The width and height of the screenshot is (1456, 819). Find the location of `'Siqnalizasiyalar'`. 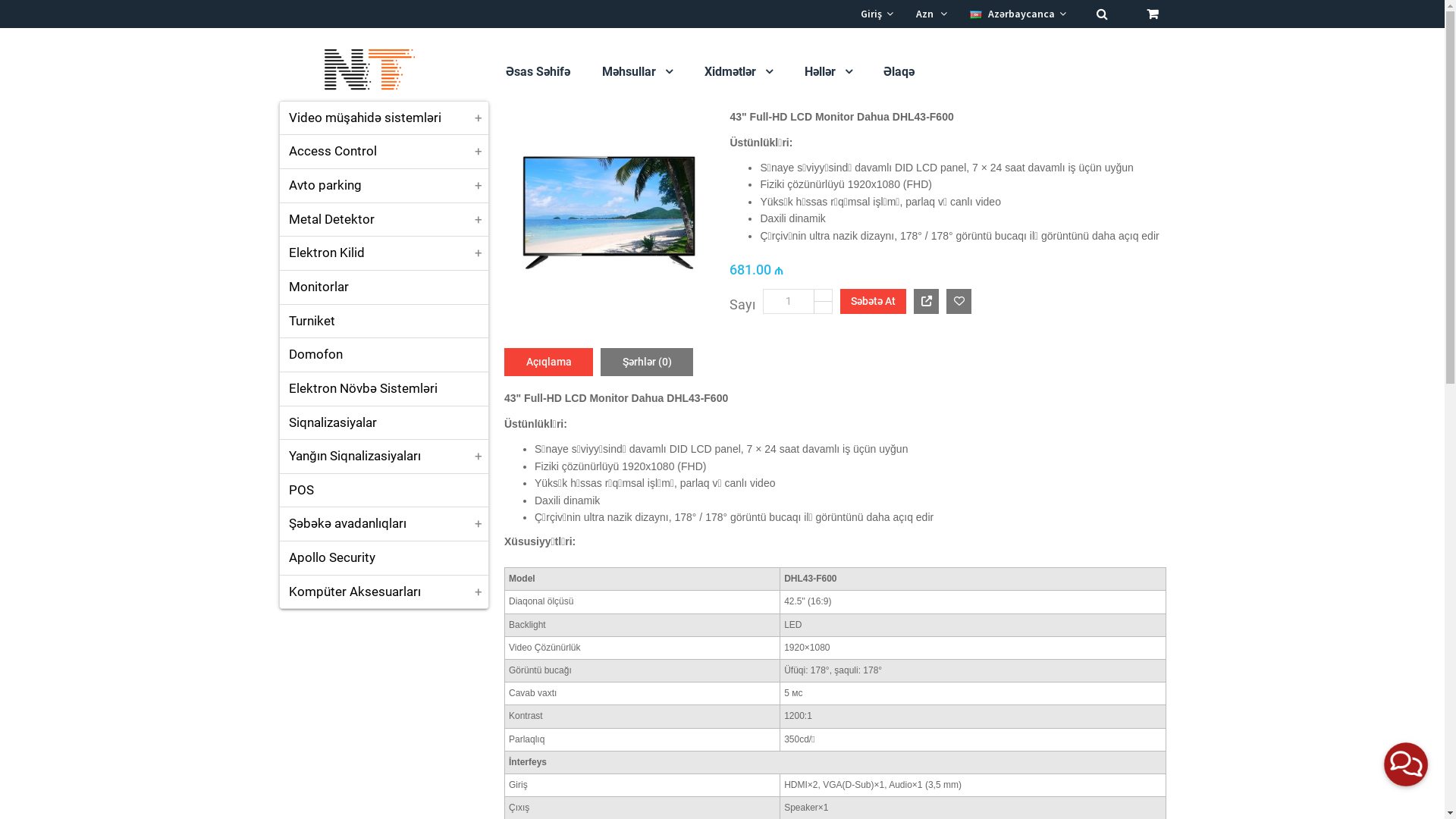

'Siqnalizasiyalar' is located at coordinates (383, 423).